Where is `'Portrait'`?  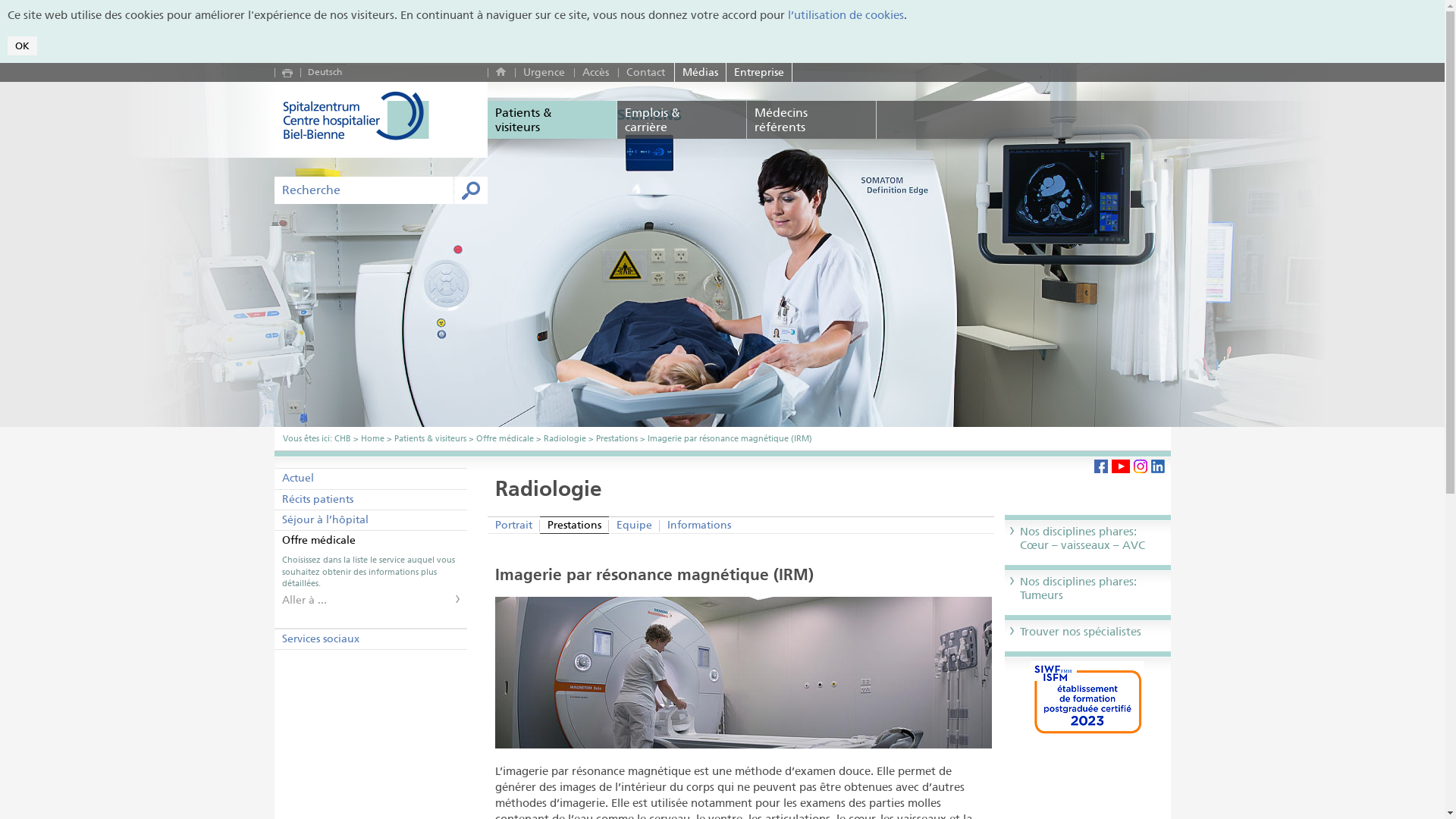 'Portrait' is located at coordinates (488, 524).